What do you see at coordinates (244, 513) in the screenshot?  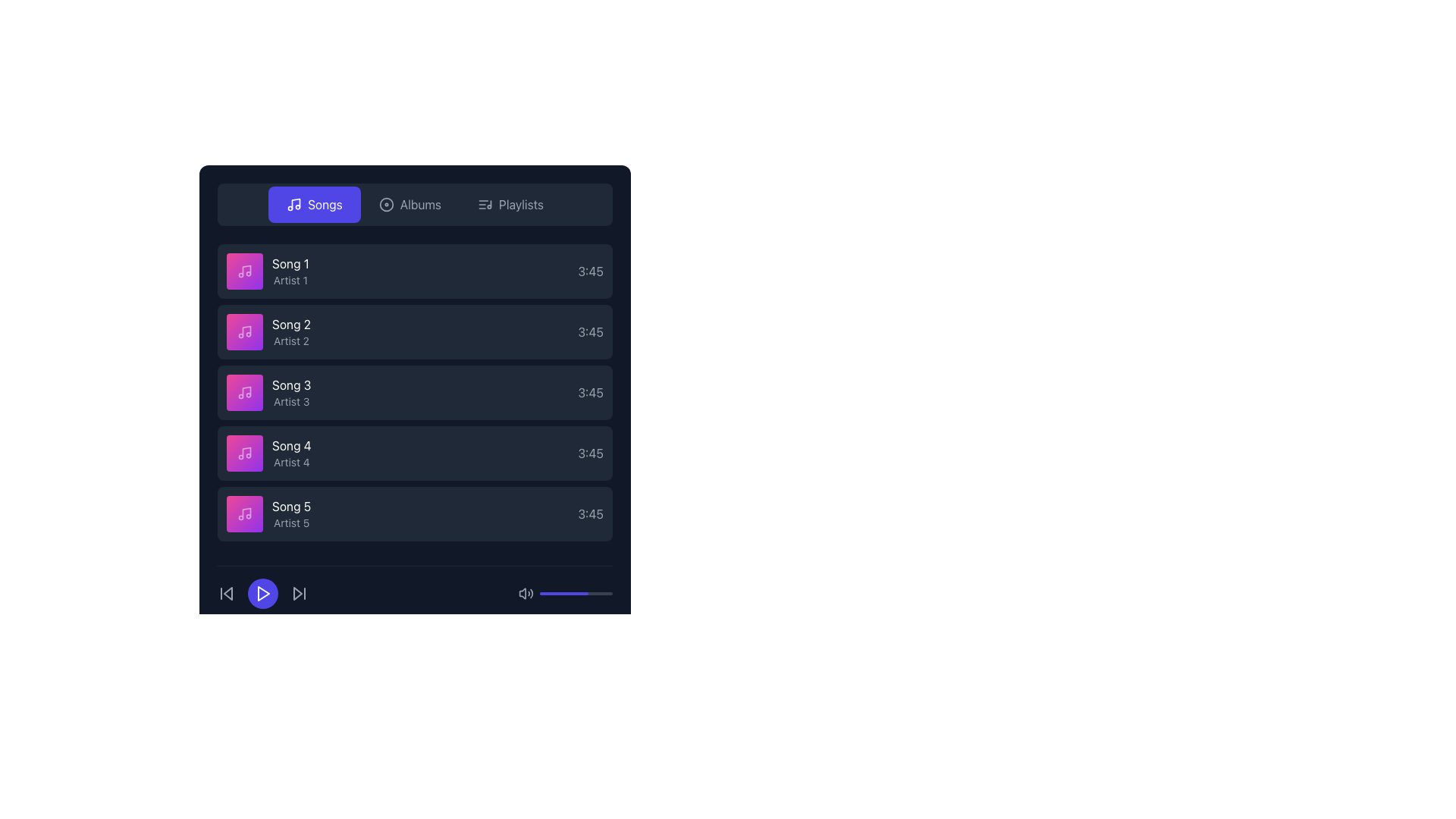 I see `the small square icon with rounded corners, gradient fill from pink to purple, and a white musical note symbol located next to 'Song 5' and 'Artist 5'` at bounding box center [244, 513].